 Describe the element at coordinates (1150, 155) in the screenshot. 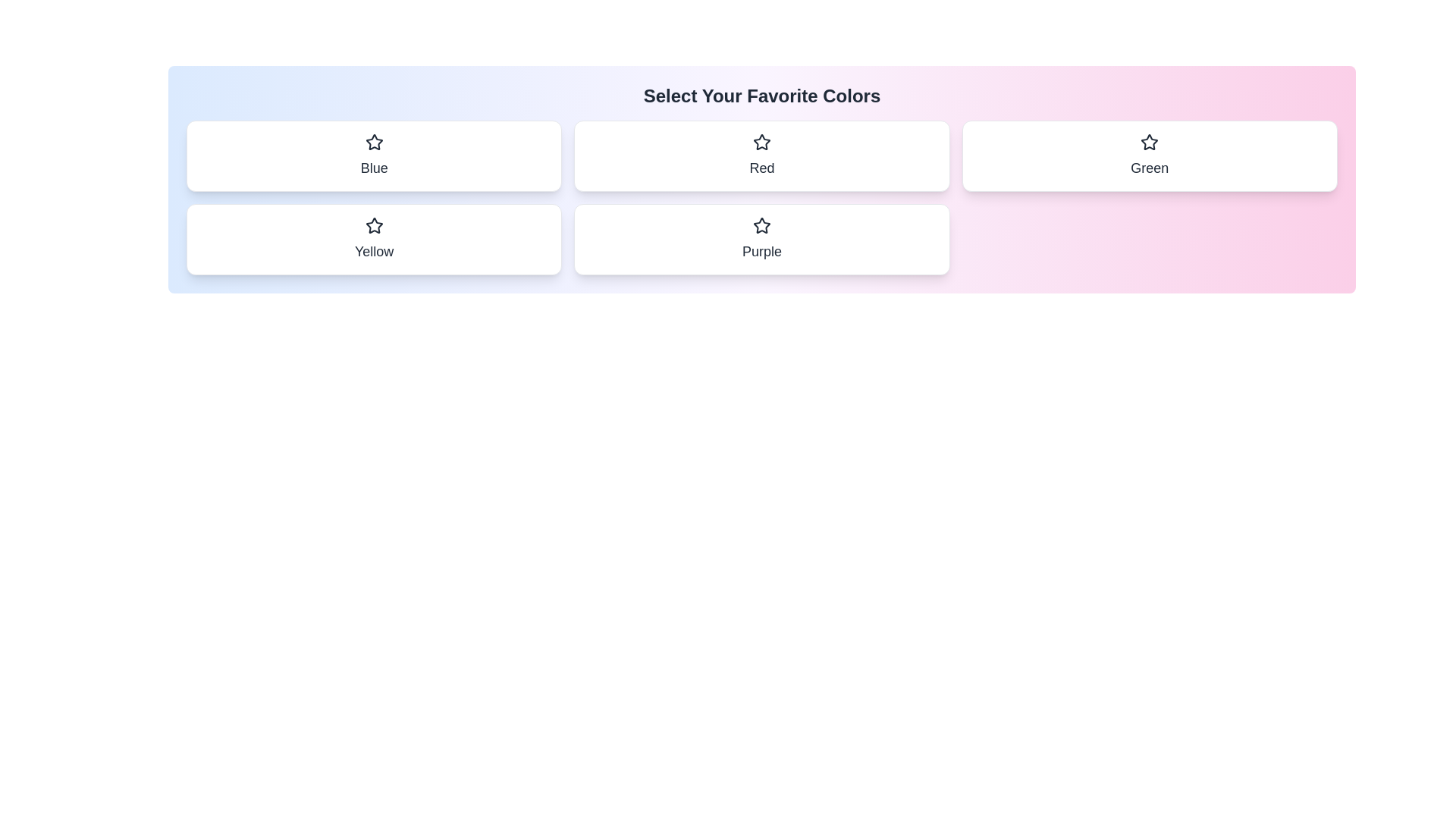

I see `the color chip labeled Green` at that location.